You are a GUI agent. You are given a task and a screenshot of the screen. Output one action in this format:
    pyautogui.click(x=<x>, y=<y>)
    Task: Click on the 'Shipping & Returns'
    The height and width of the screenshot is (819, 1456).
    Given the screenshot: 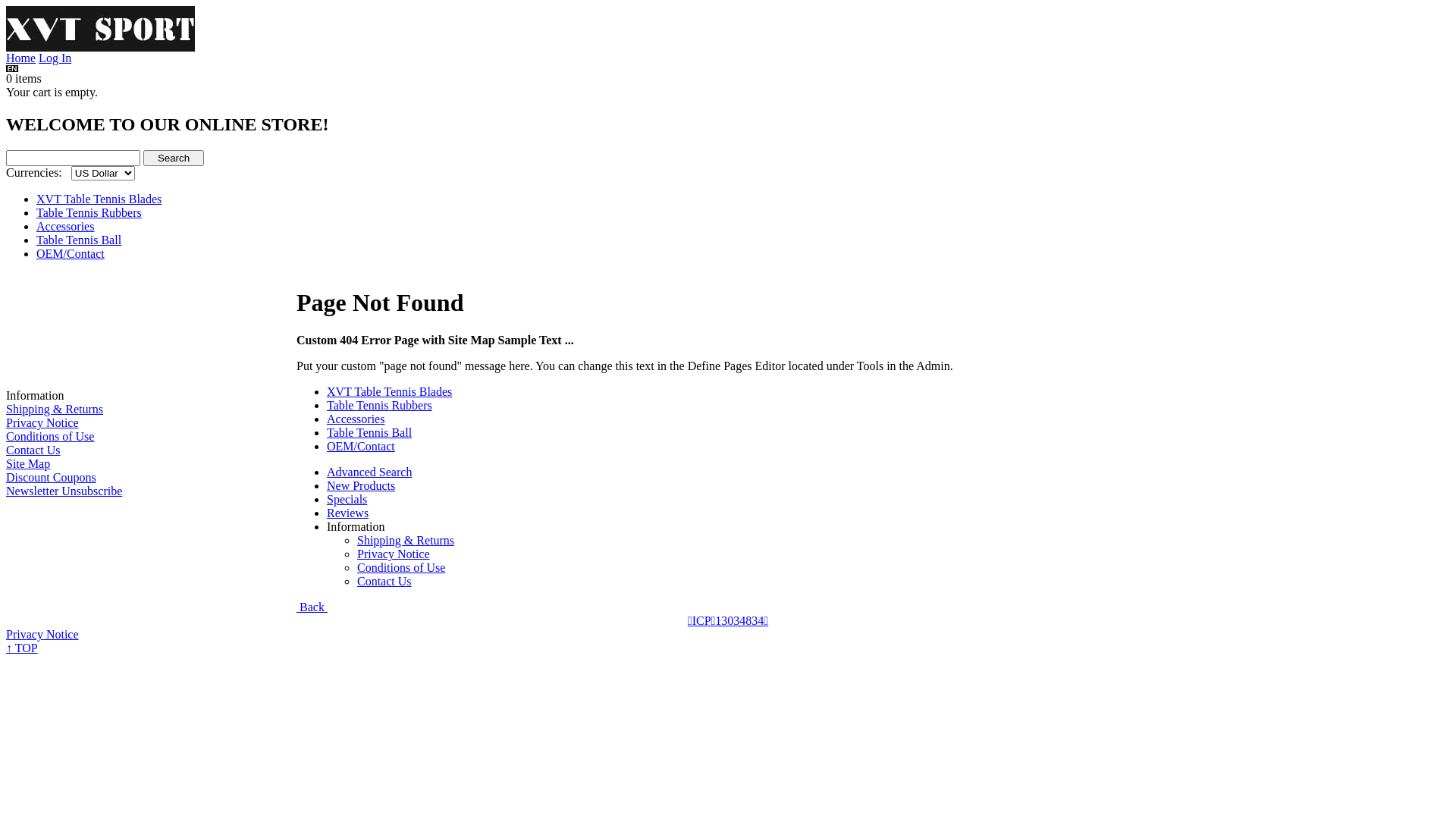 What is the action you would take?
    pyautogui.click(x=55, y=408)
    